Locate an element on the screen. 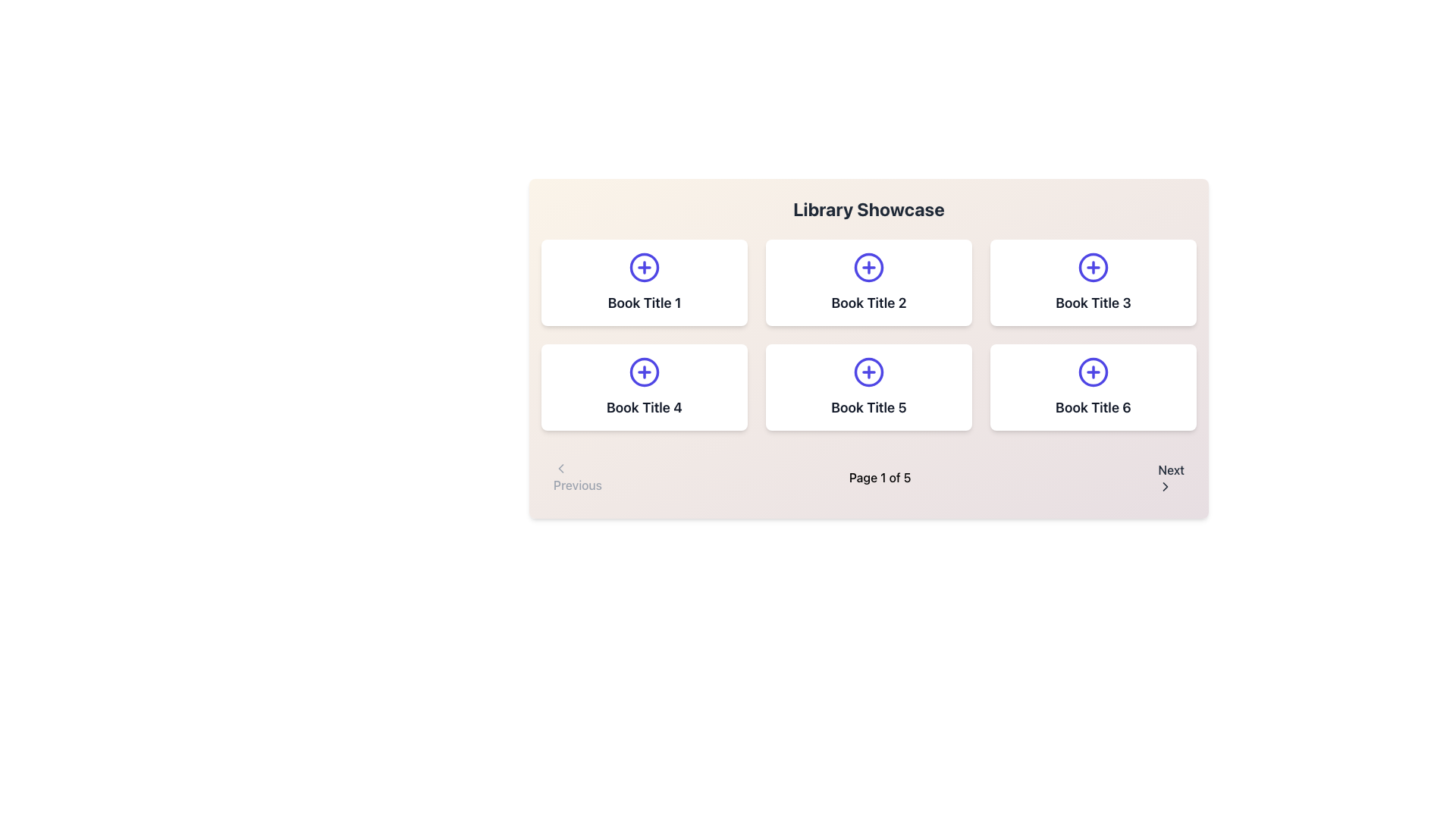 The width and height of the screenshot is (1456, 819). the text label that serves as the title of a book in the 'Library Showcase' interface for copying is located at coordinates (644, 303).